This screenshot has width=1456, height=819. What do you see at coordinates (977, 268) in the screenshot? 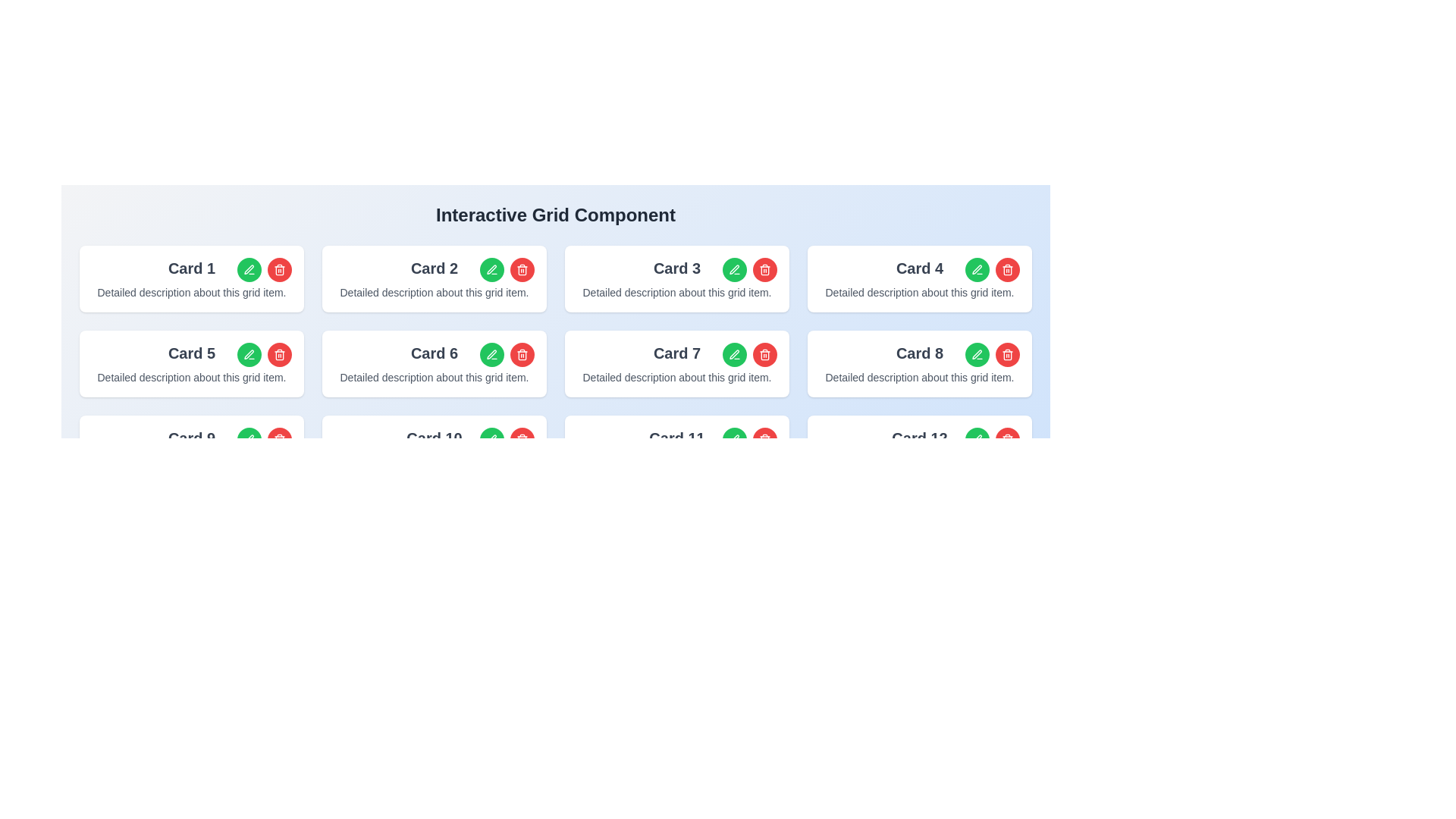
I see `the round green edit button with a white pen icon located in the upper-right corner of 'Card 4'` at bounding box center [977, 268].